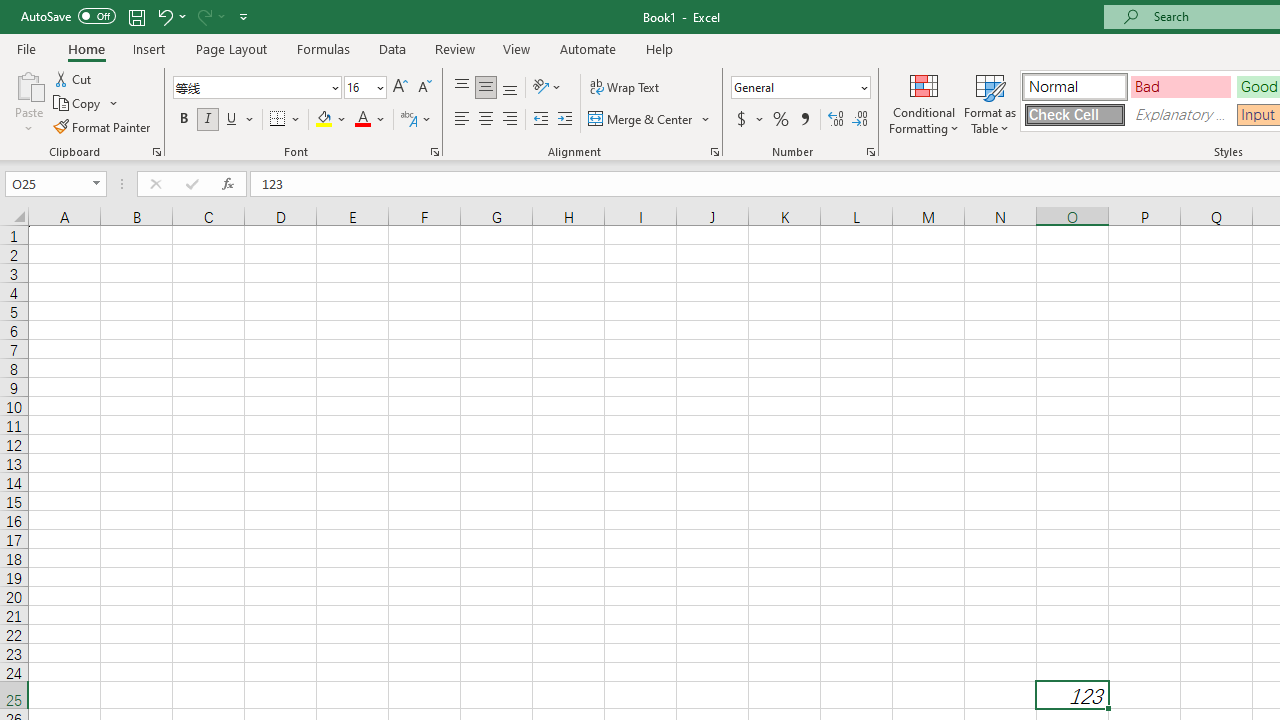 This screenshot has width=1280, height=720. Describe the element at coordinates (256, 86) in the screenshot. I see `'Font'` at that location.